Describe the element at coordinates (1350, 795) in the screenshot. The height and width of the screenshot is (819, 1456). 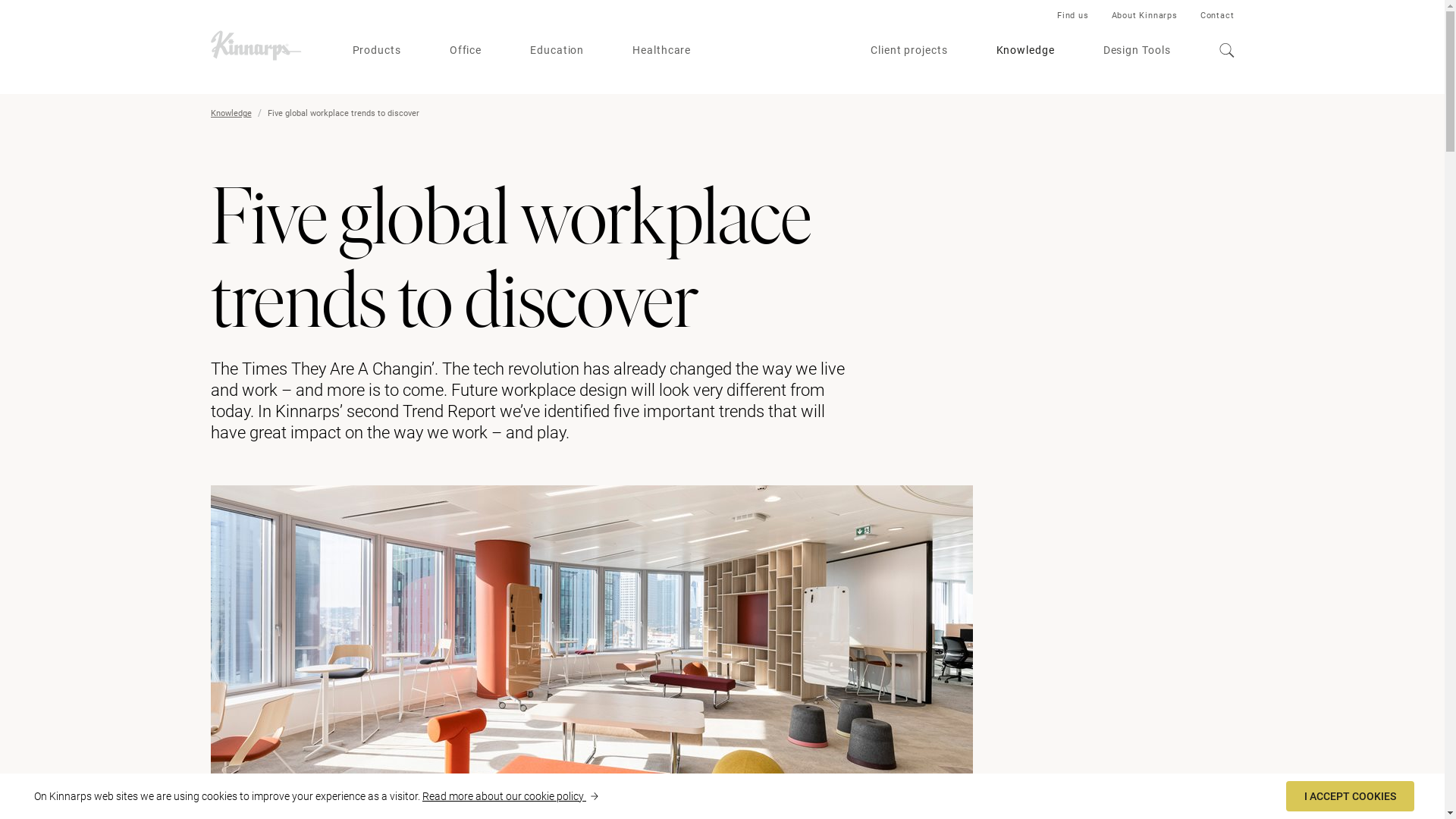
I see `'I ACCEPT COOKIES'` at that location.